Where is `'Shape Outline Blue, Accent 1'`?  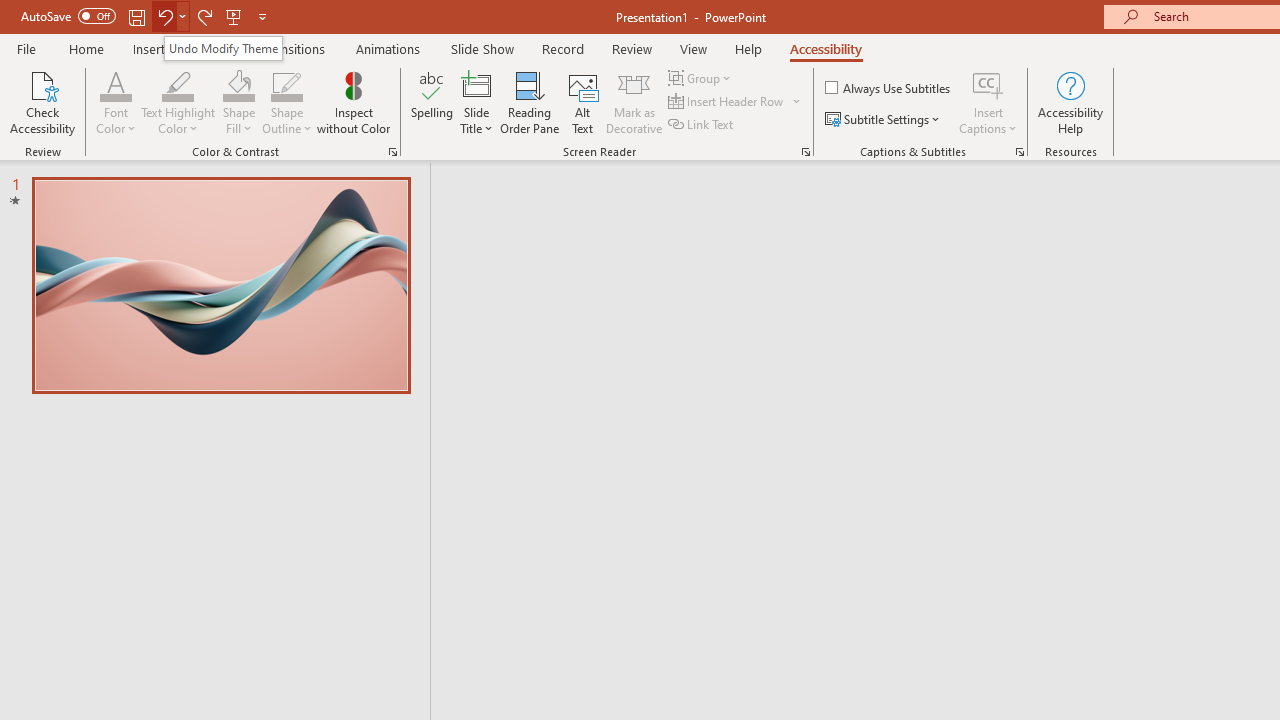 'Shape Outline Blue, Accent 1' is located at coordinates (286, 84).